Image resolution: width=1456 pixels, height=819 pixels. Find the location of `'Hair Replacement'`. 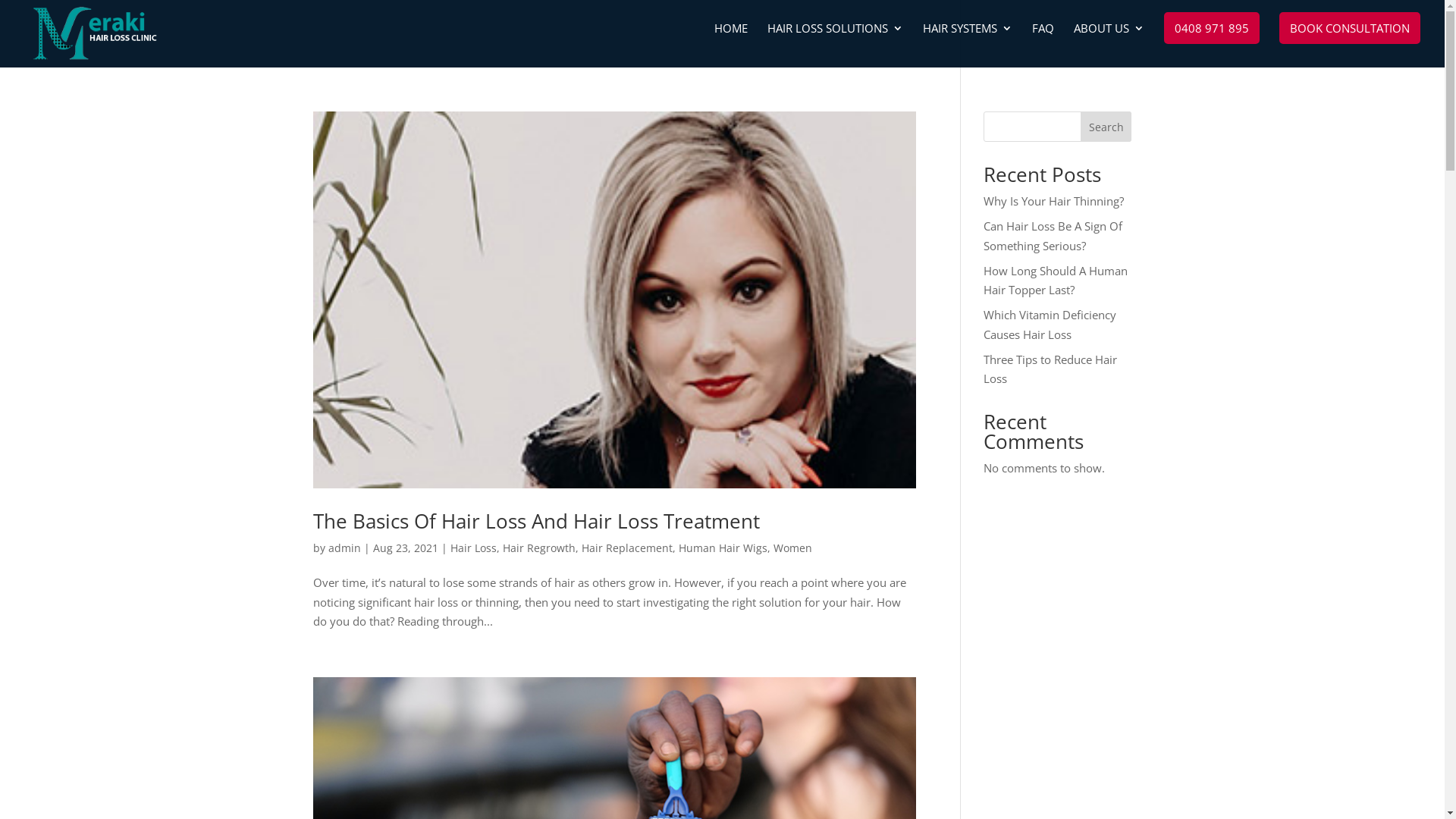

'Hair Replacement' is located at coordinates (626, 548).